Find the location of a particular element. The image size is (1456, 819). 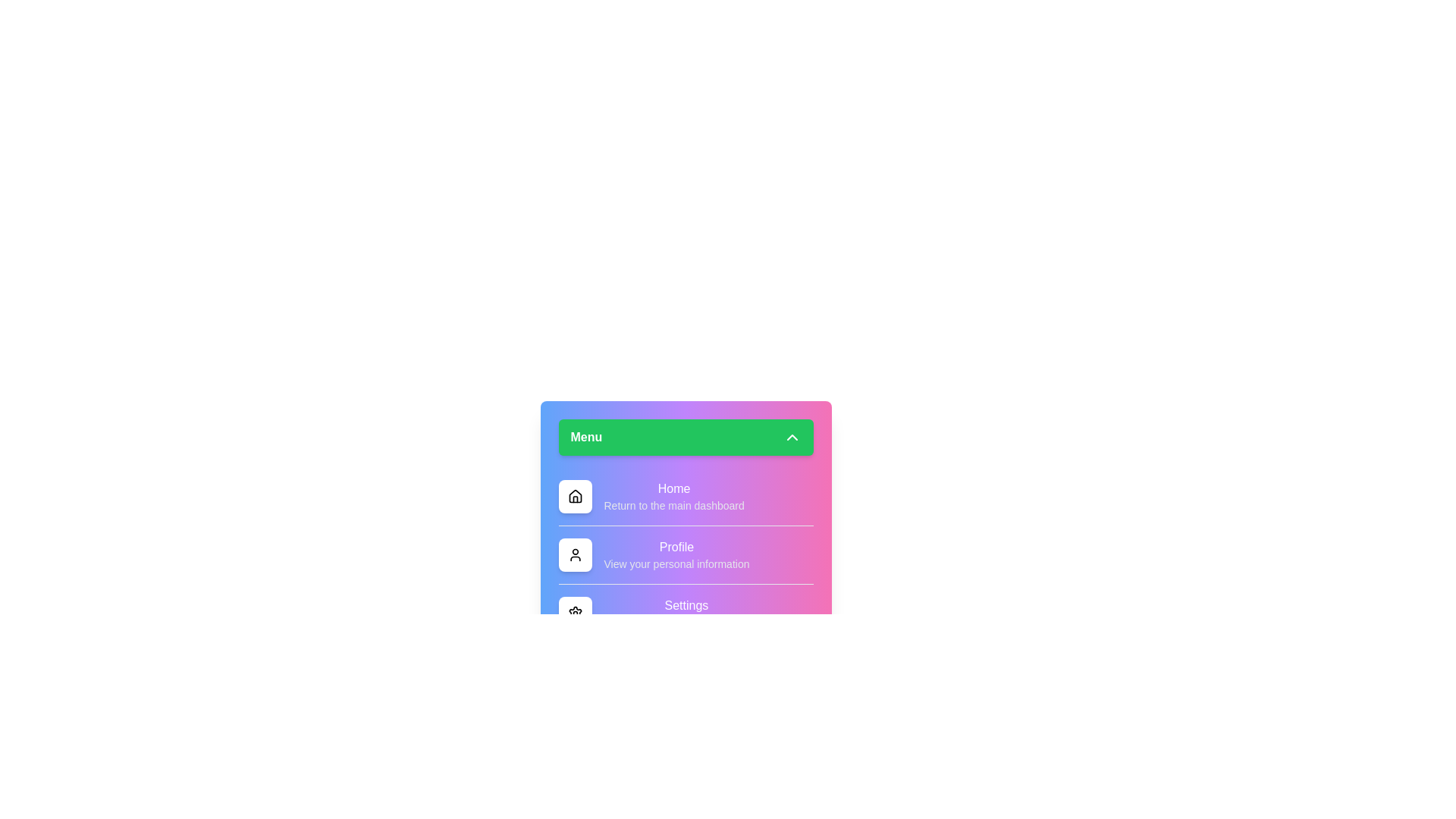

the menu item corresponding to Profile is located at coordinates (574, 555).